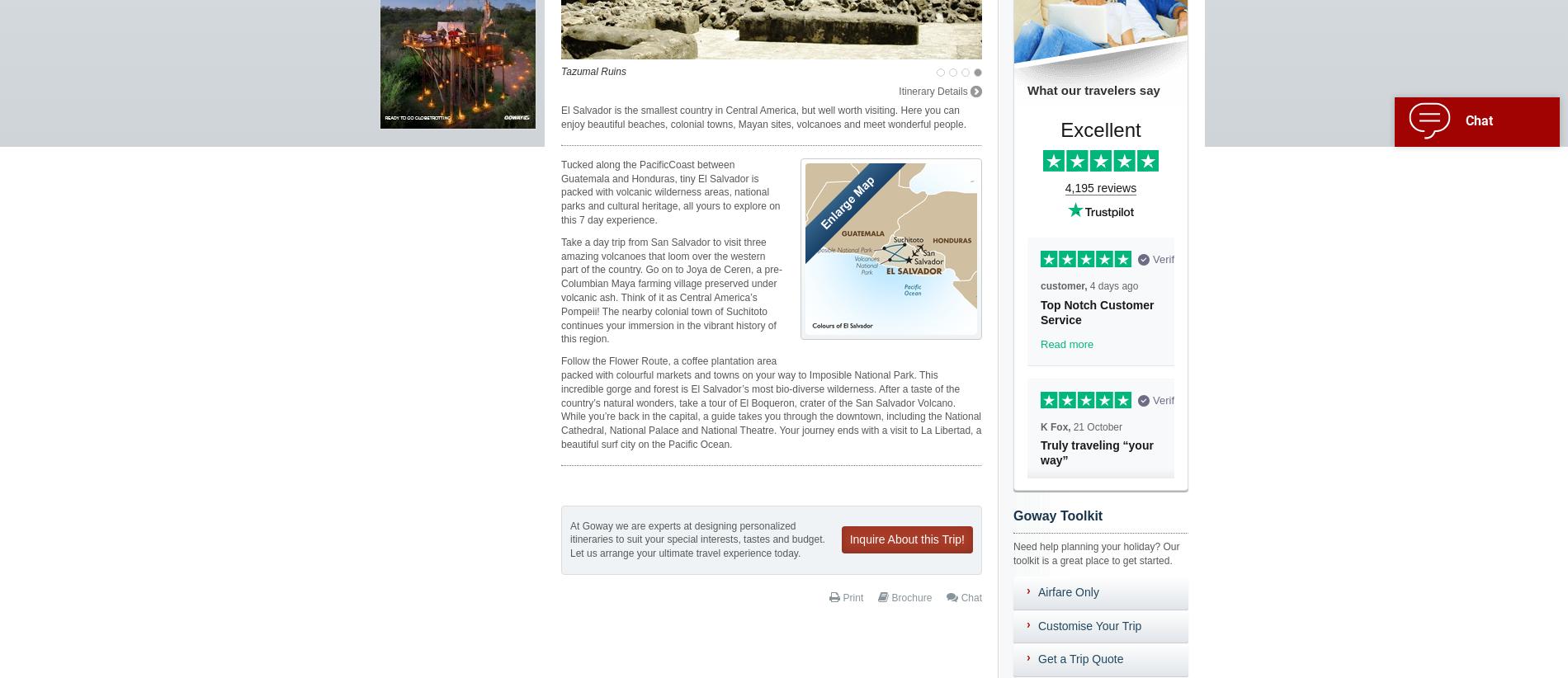  Describe the element at coordinates (852, 597) in the screenshot. I see `'Print'` at that location.